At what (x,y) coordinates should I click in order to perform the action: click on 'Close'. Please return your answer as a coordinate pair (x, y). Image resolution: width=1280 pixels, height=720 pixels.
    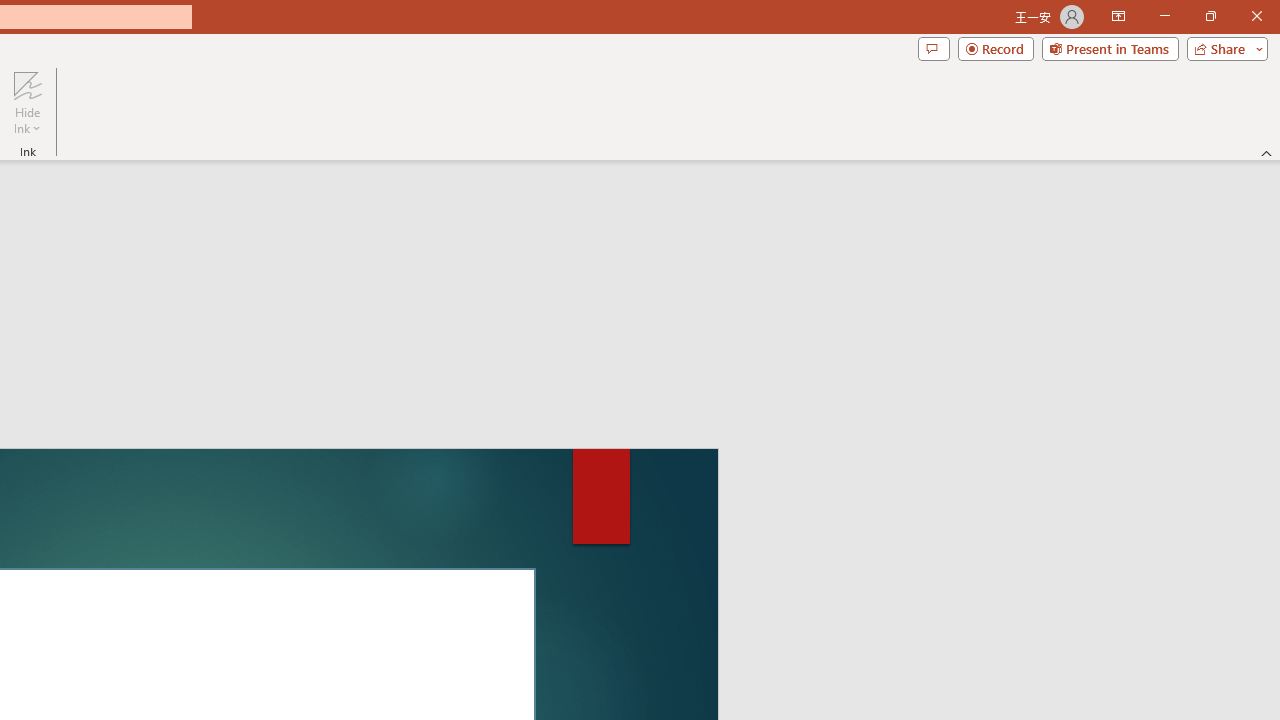
    Looking at the image, I should click on (1255, 16).